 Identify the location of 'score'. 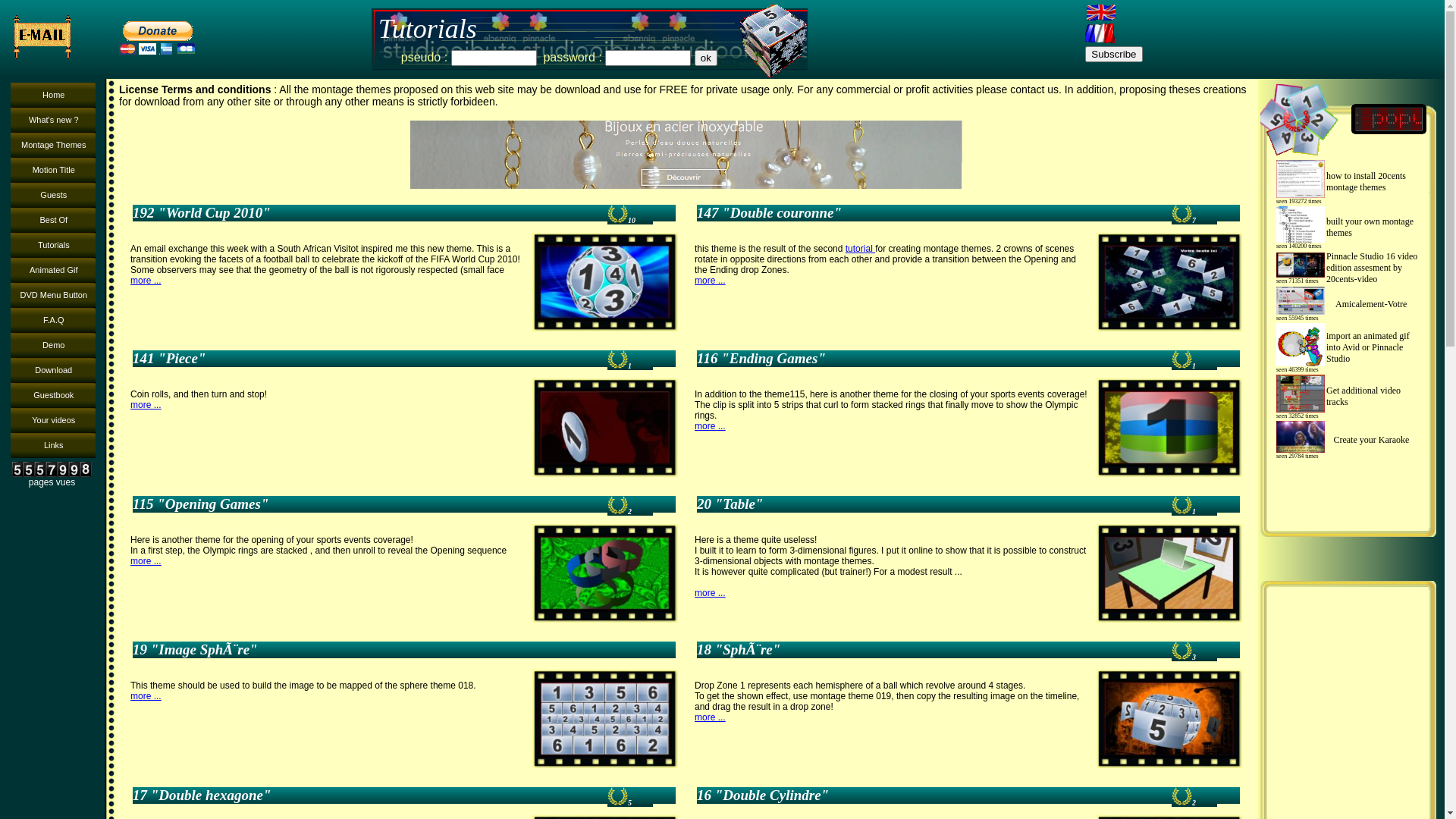
(1181, 213).